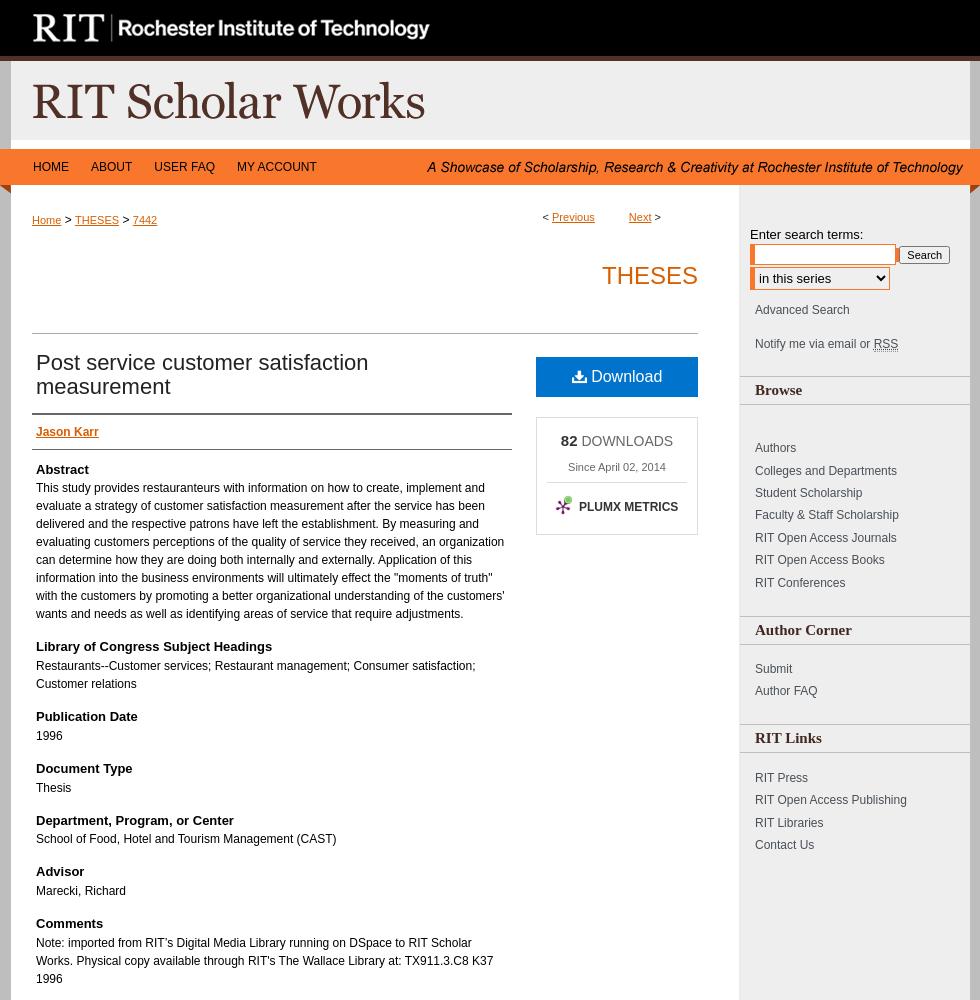 The height and width of the screenshot is (1000, 980). Describe the element at coordinates (830, 800) in the screenshot. I see `'RIT Open Access Publishing'` at that location.